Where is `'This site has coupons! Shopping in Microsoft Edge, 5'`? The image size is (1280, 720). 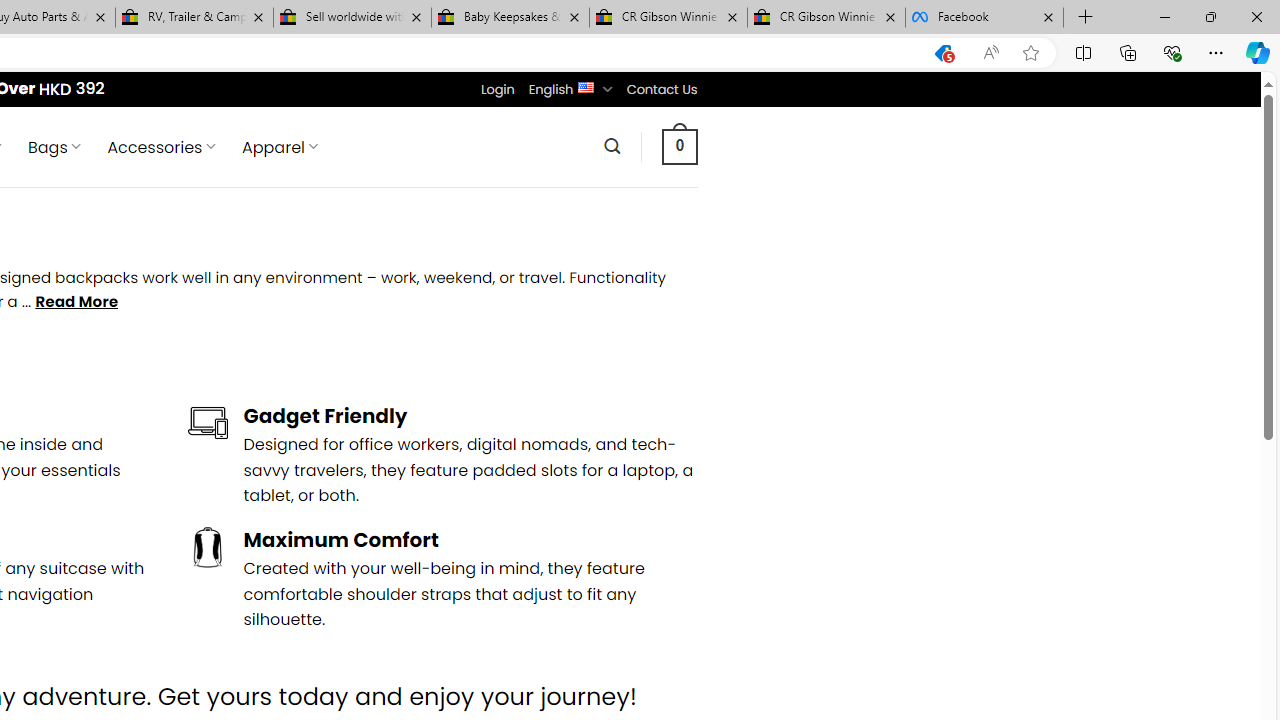
'This site has coupons! Shopping in Microsoft Edge, 5' is located at coordinates (942, 52).